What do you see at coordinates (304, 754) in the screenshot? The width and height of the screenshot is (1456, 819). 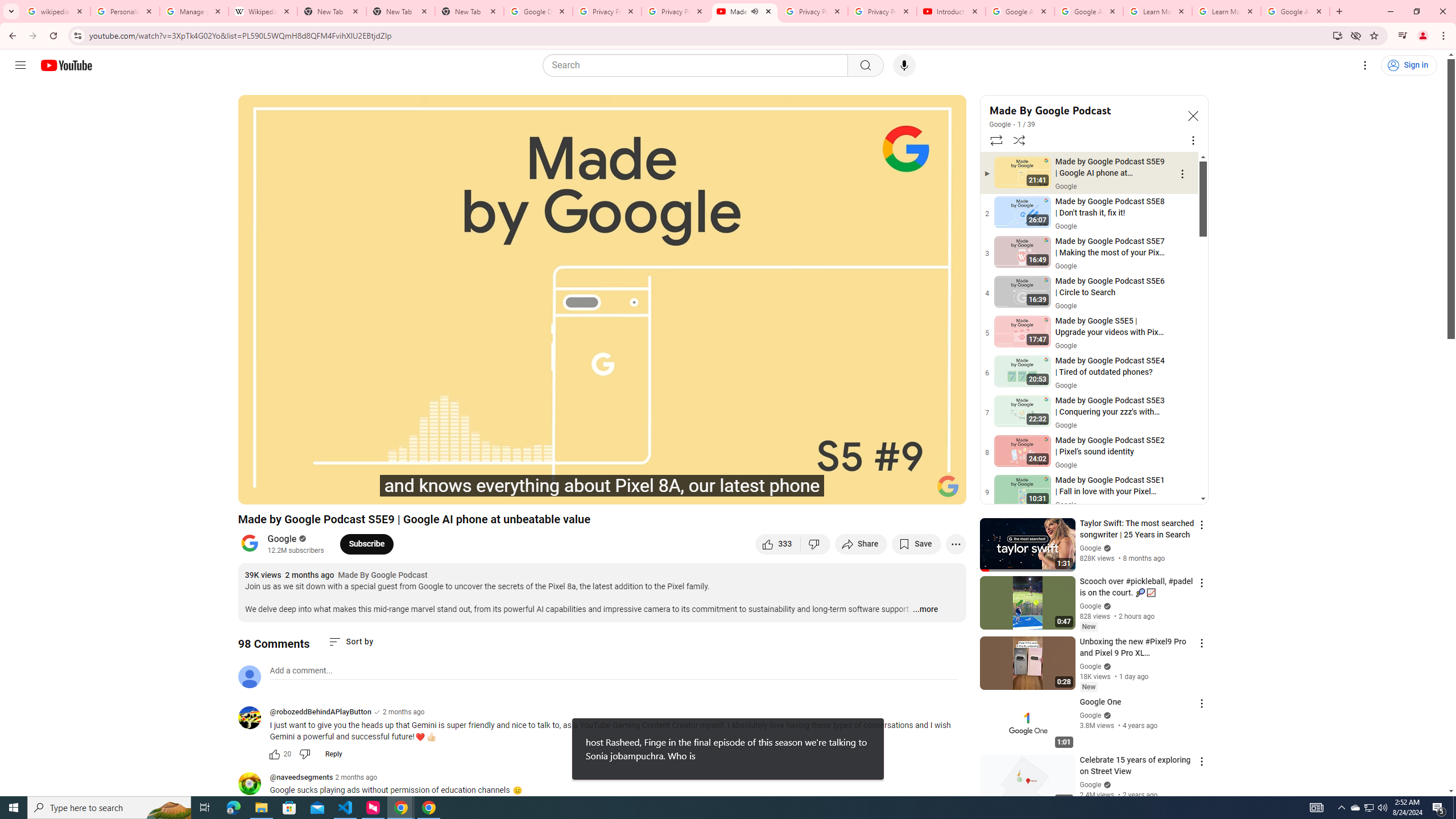 I see `'Dislike this comment'` at bounding box center [304, 754].